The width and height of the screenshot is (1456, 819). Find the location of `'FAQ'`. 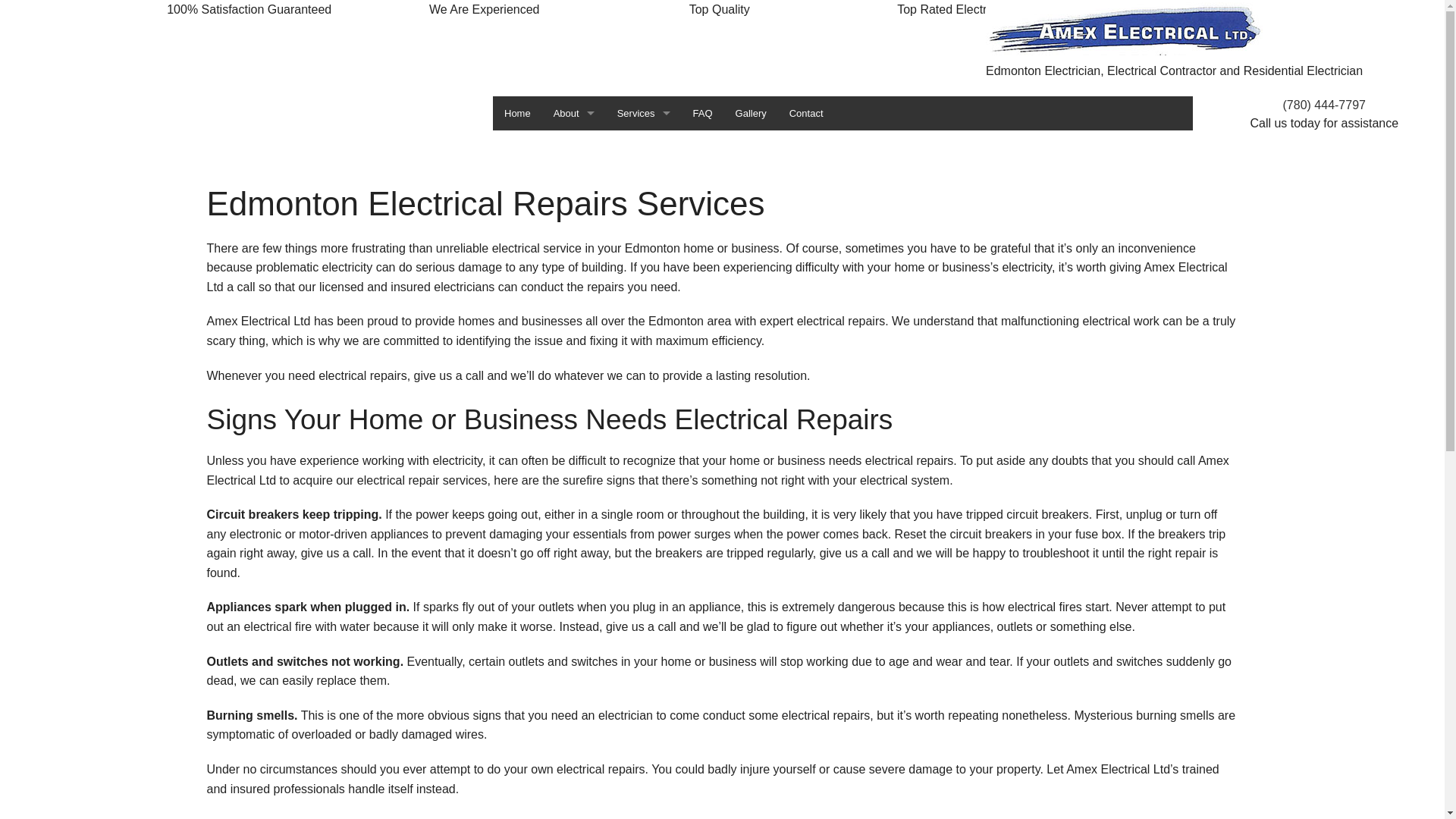

'FAQ' is located at coordinates (701, 112).